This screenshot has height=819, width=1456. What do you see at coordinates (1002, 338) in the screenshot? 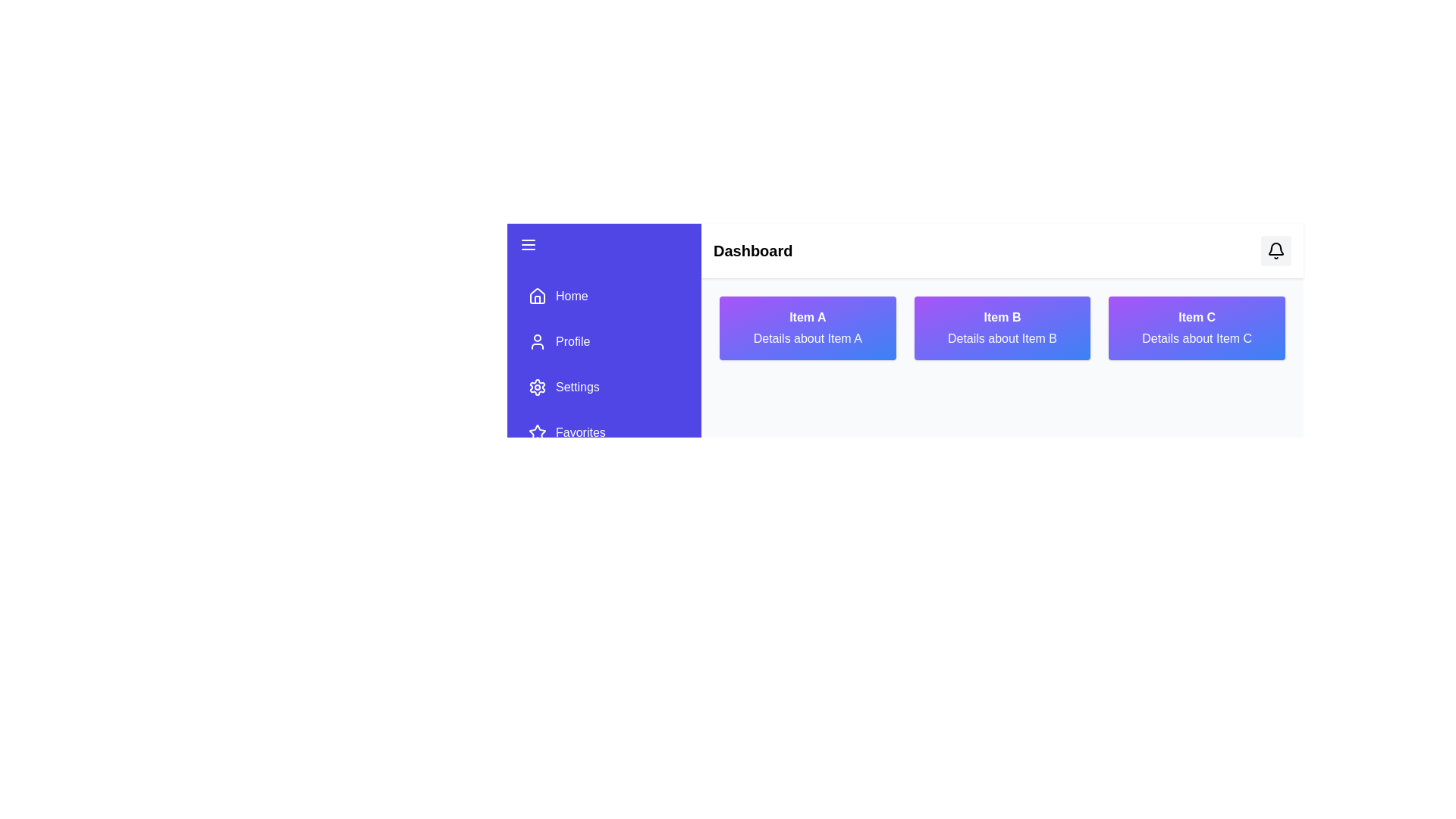
I see `the text label displaying 'Details about Item B' which is centered on a gradient purple-to-blue background, positioned below 'Item B' in the second card of a row of three similar cards` at bounding box center [1002, 338].